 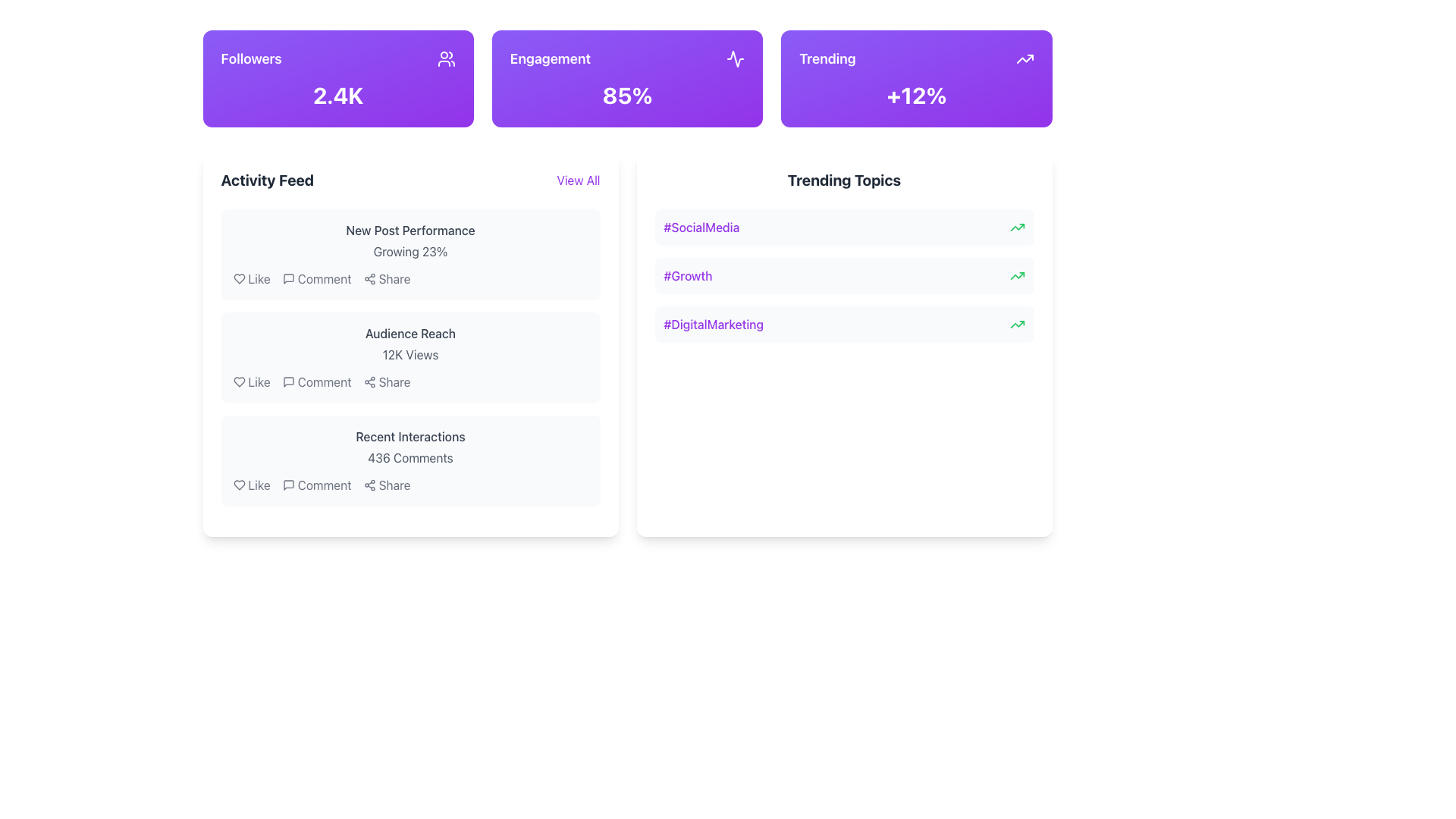 What do you see at coordinates (238, 278) in the screenshot?
I see `the heart icon representing the 'Like' functionality located in the 'Activity Feed' section, adjacent to the text 'Like'` at bounding box center [238, 278].